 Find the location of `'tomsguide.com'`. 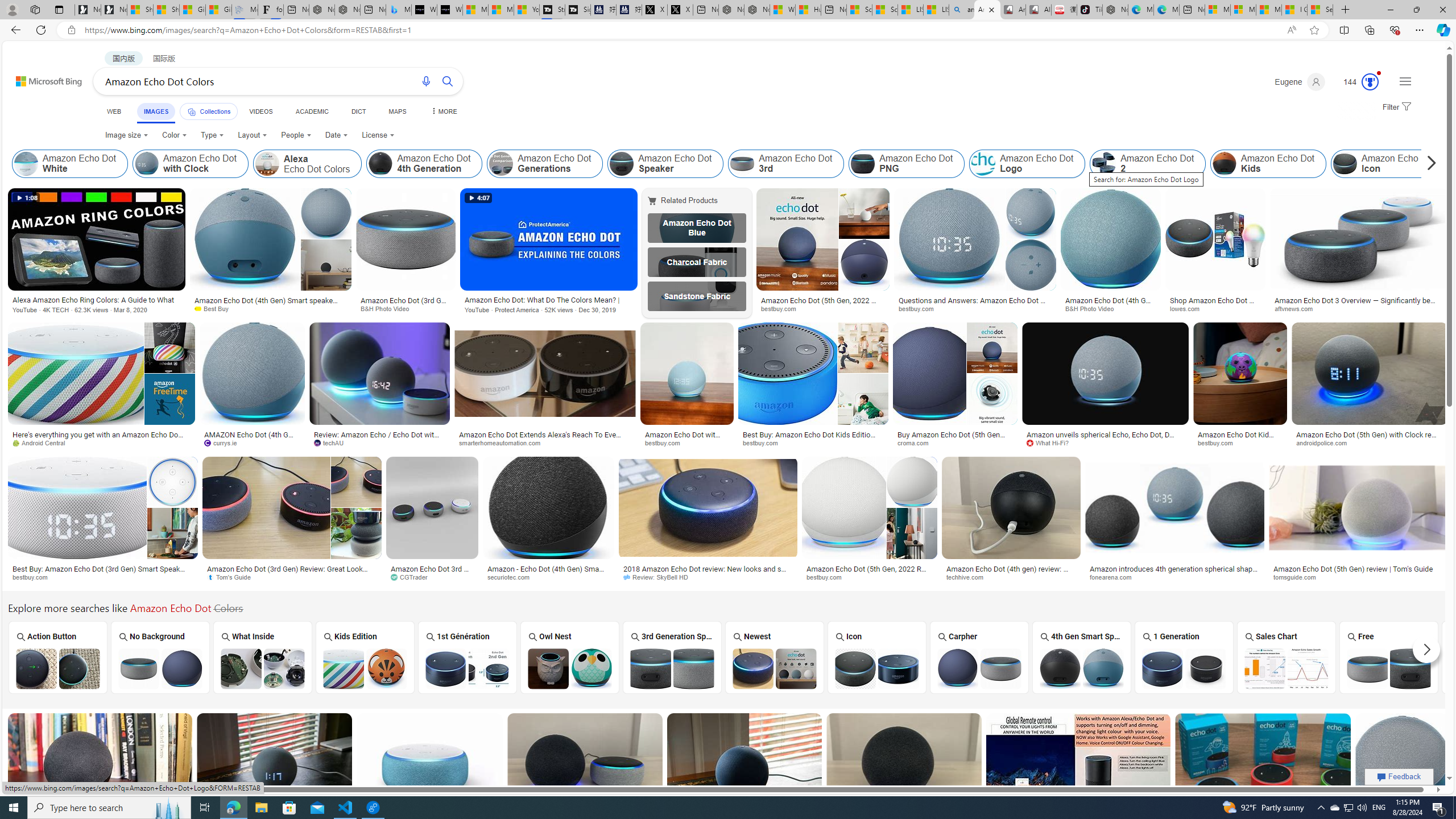

'tomsguide.com' is located at coordinates (1298, 577).